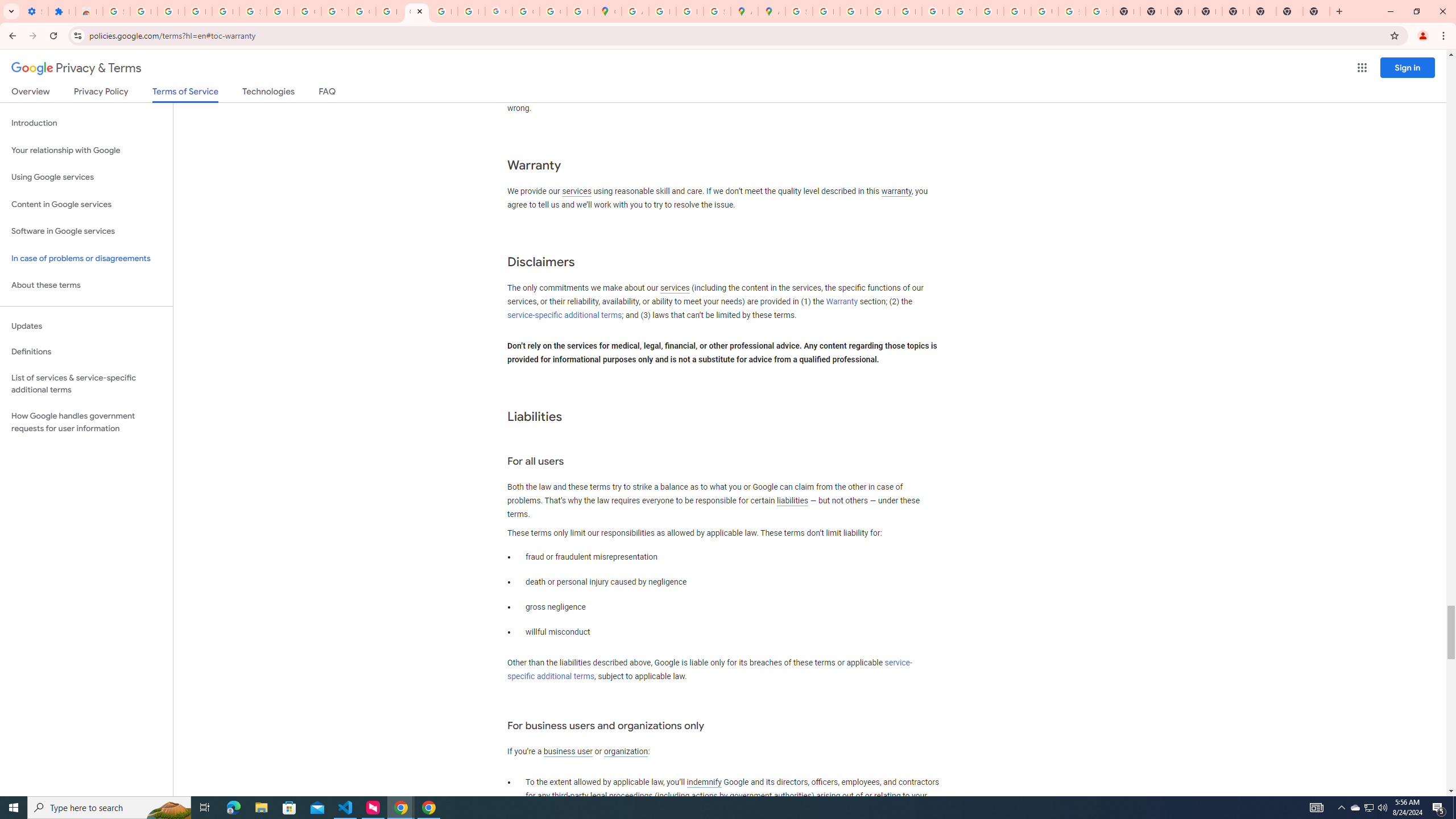 The image size is (1456, 819). I want to click on 'FAQ', so click(327, 93).